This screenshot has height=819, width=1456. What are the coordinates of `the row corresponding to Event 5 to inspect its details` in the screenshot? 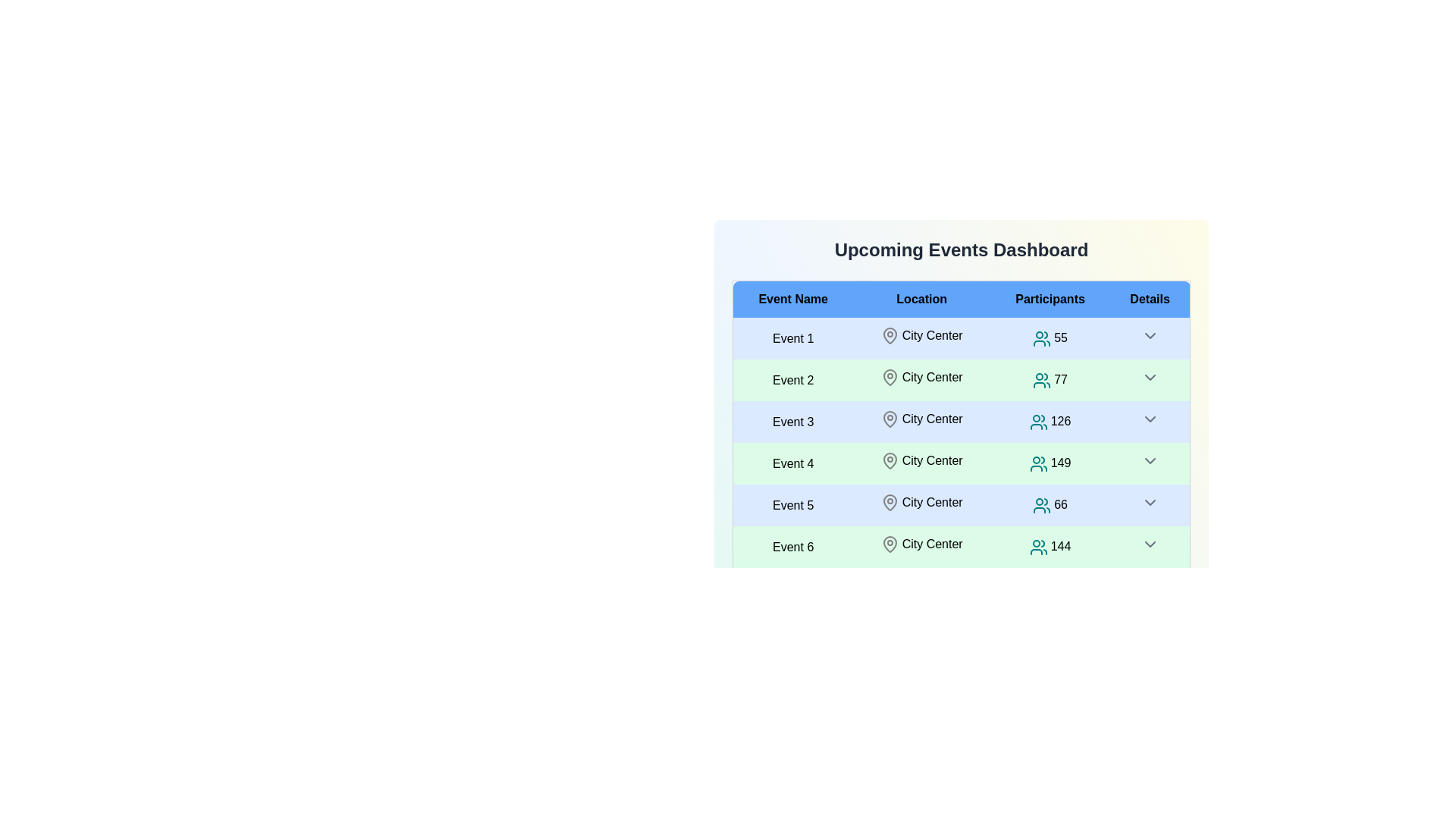 It's located at (792, 505).